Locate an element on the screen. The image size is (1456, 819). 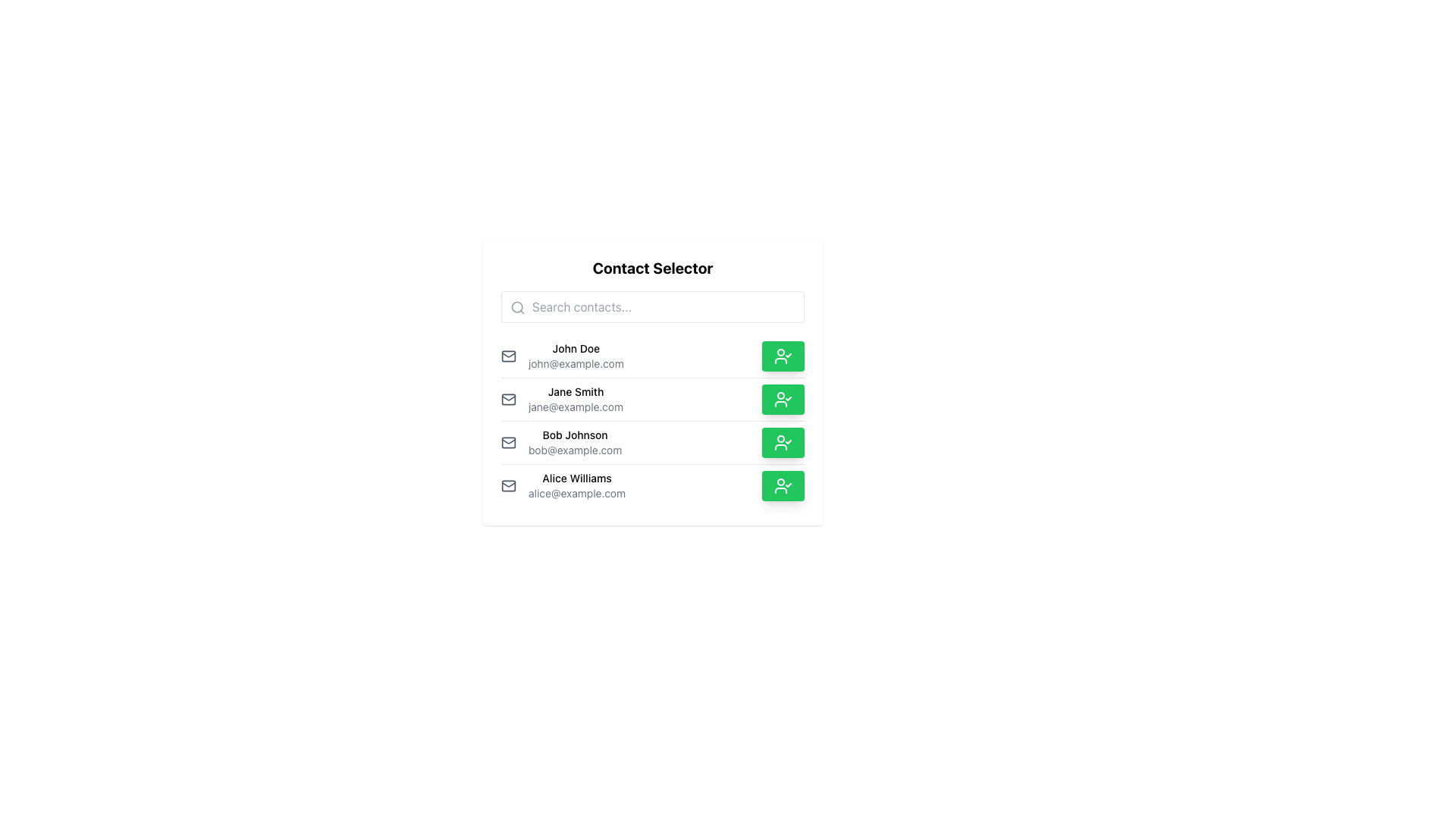
the email address in the contact information row for 'Jane Smith' to copy or open a mail app is located at coordinates (652, 398).